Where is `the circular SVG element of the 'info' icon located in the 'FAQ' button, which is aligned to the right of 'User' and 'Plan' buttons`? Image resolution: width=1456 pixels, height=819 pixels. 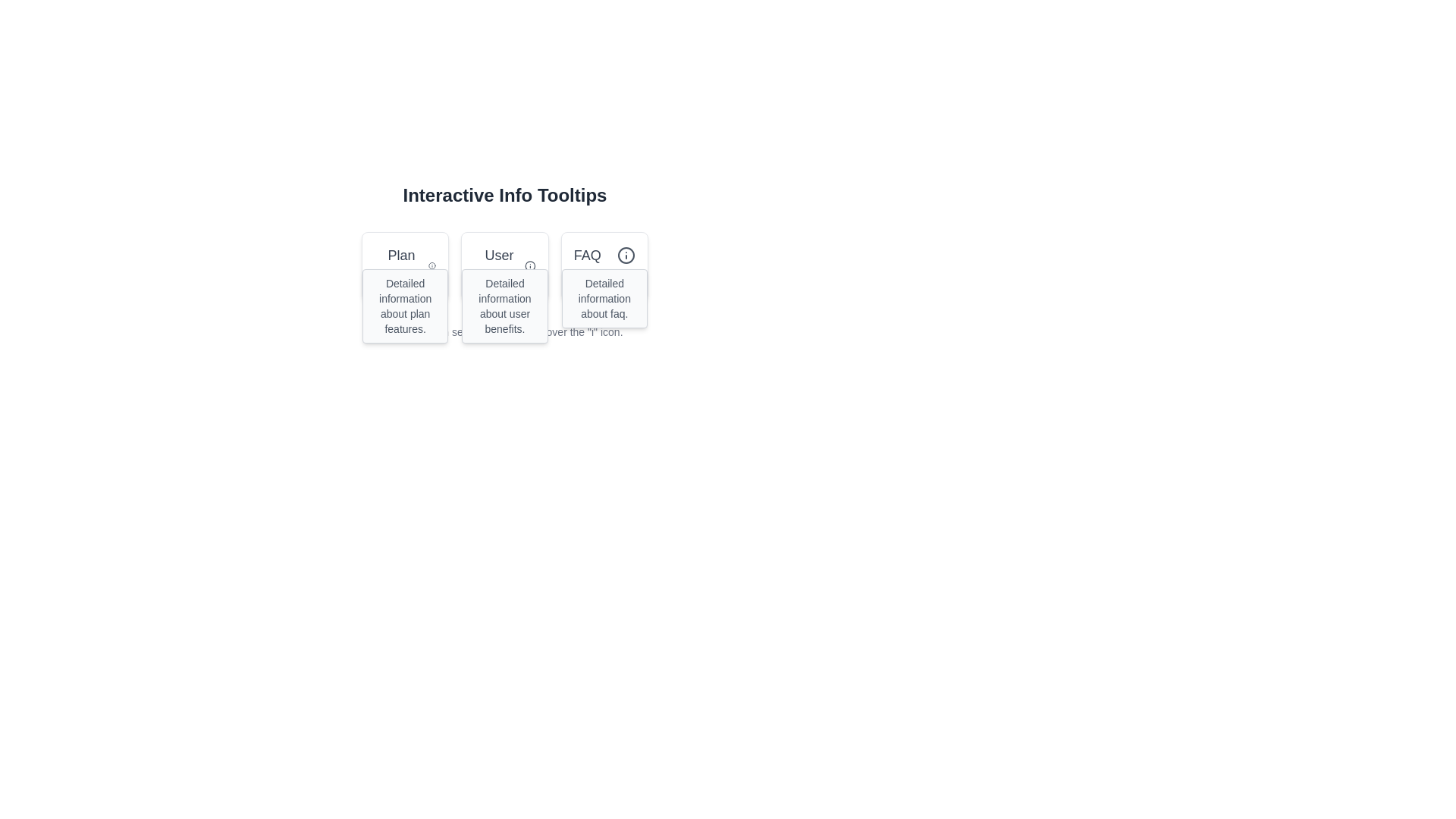 the circular SVG element of the 'info' icon located in the 'FAQ' button, which is aligned to the right of 'User' and 'Plan' buttons is located at coordinates (626, 254).